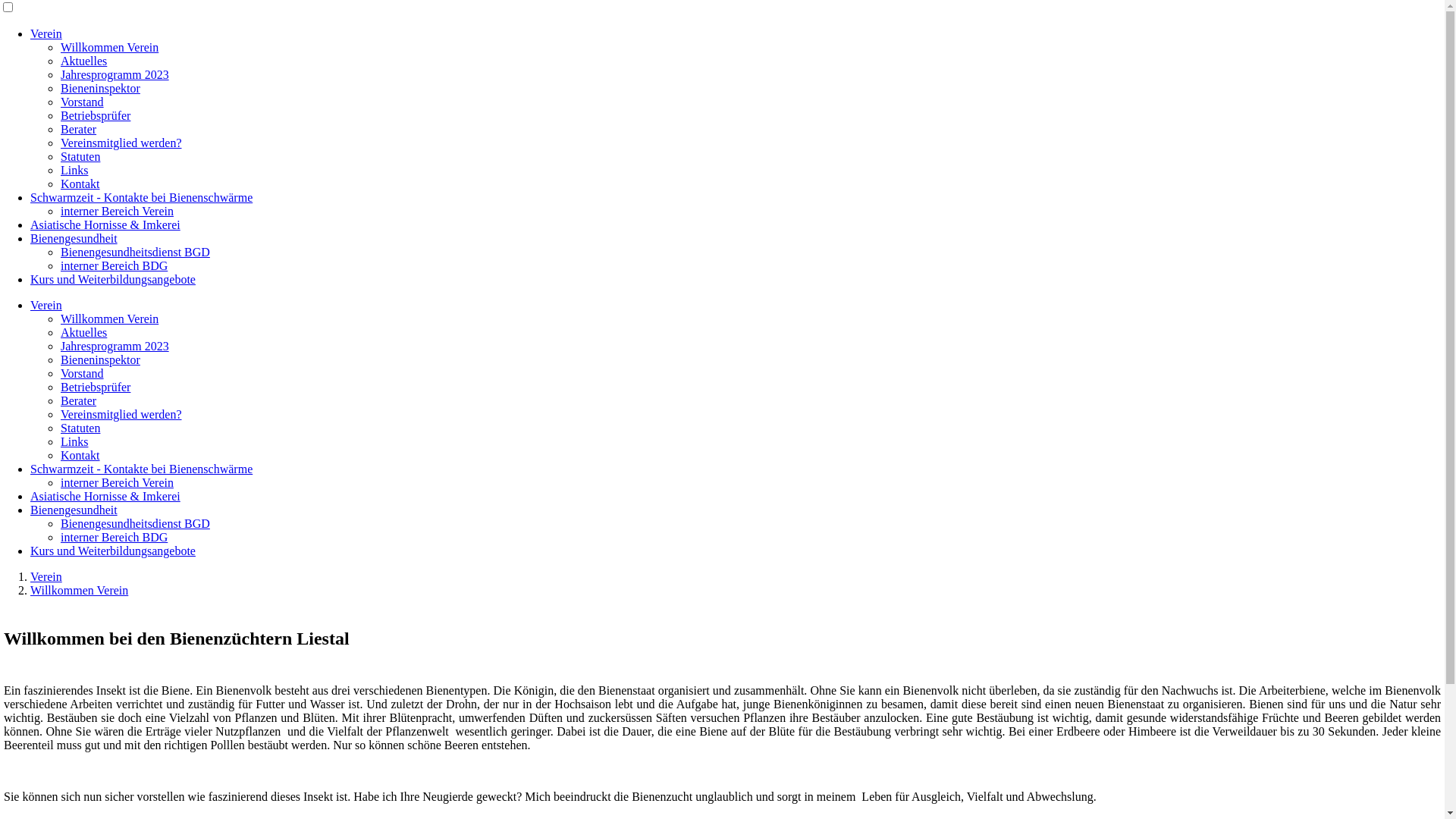 The width and height of the screenshot is (1456, 819). Describe the element at coordinates (116, 211) in the screenshot. I see `'interner Bereich Verein'` at that location.